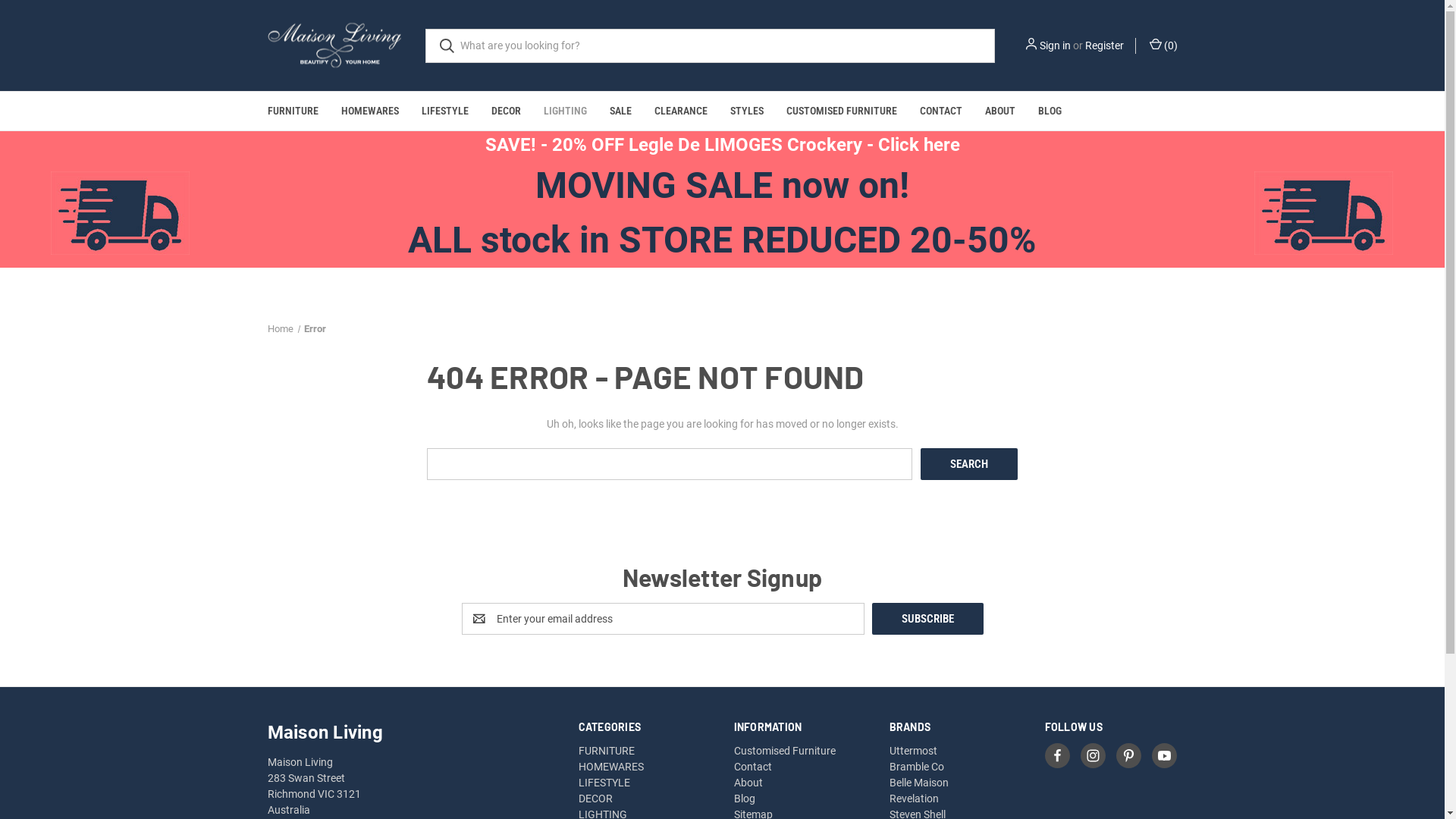 The height and width of the screenshot is (819, 1456). What do you see at coordinates (840, 110) in the screenshot?
I see `'CUSTOMISED FURNITURE'` at bounding box center [840, 110].